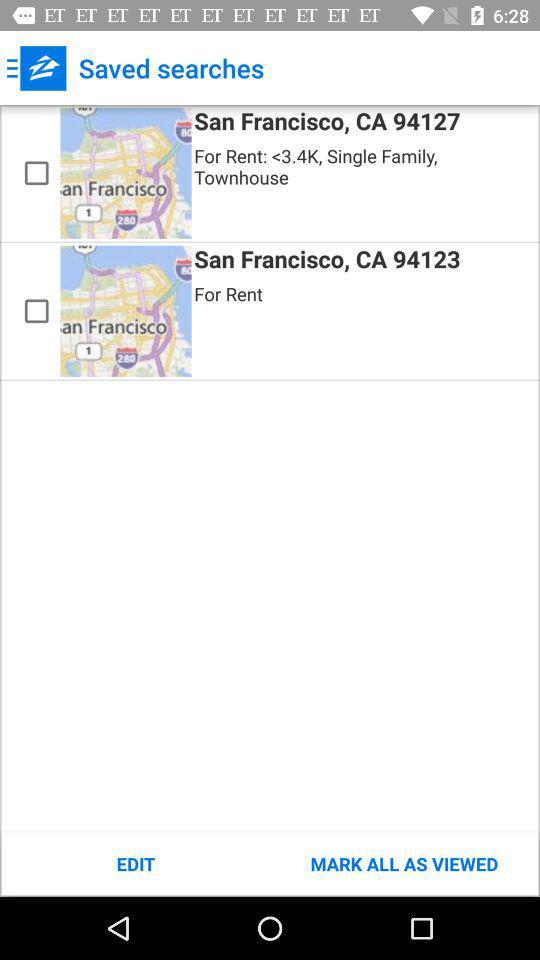  Describe the element at coordinates (36, 311) in the screenshot. I see `san francisco` at that location.